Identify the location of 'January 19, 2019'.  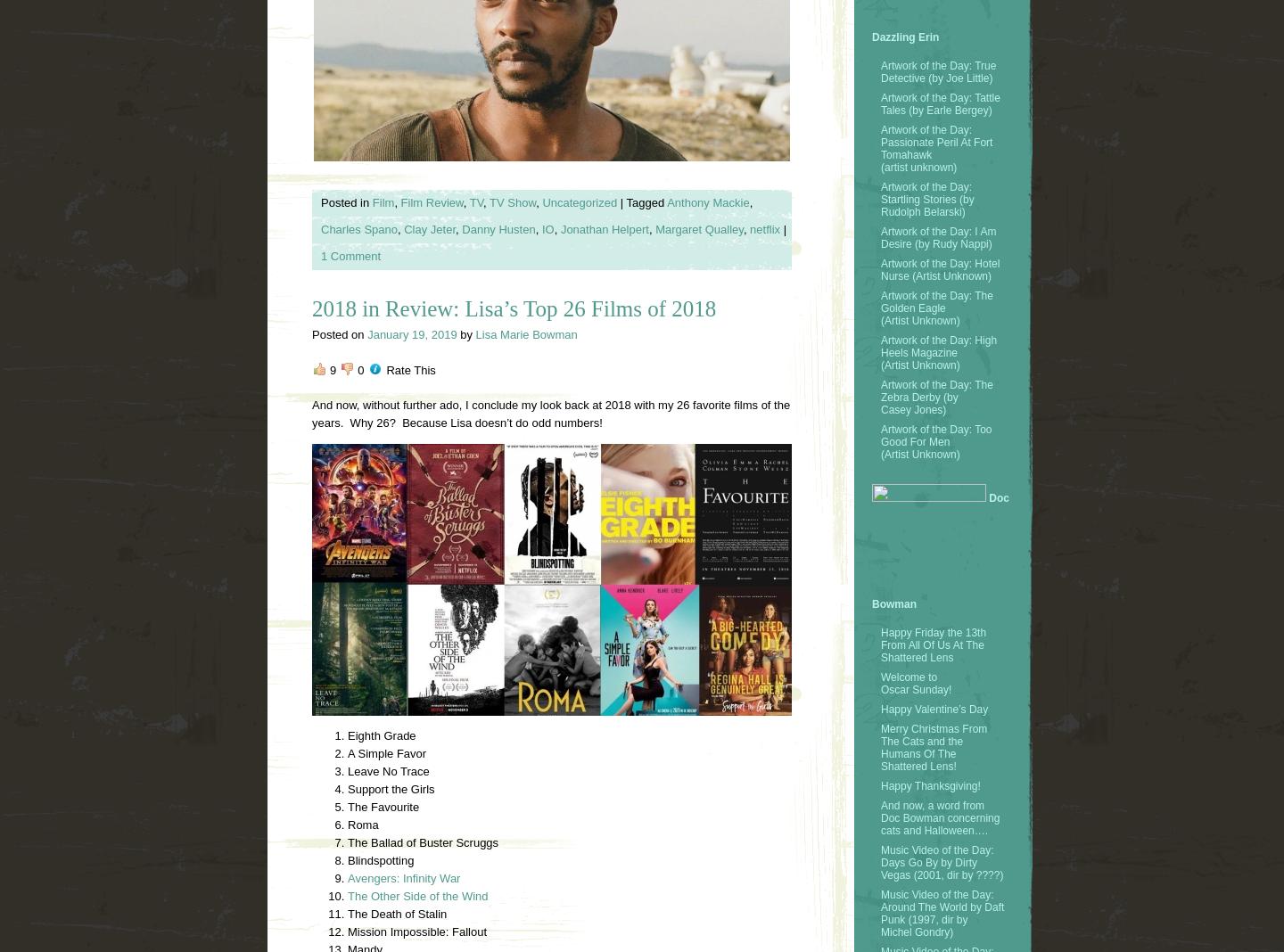
(366, 333).